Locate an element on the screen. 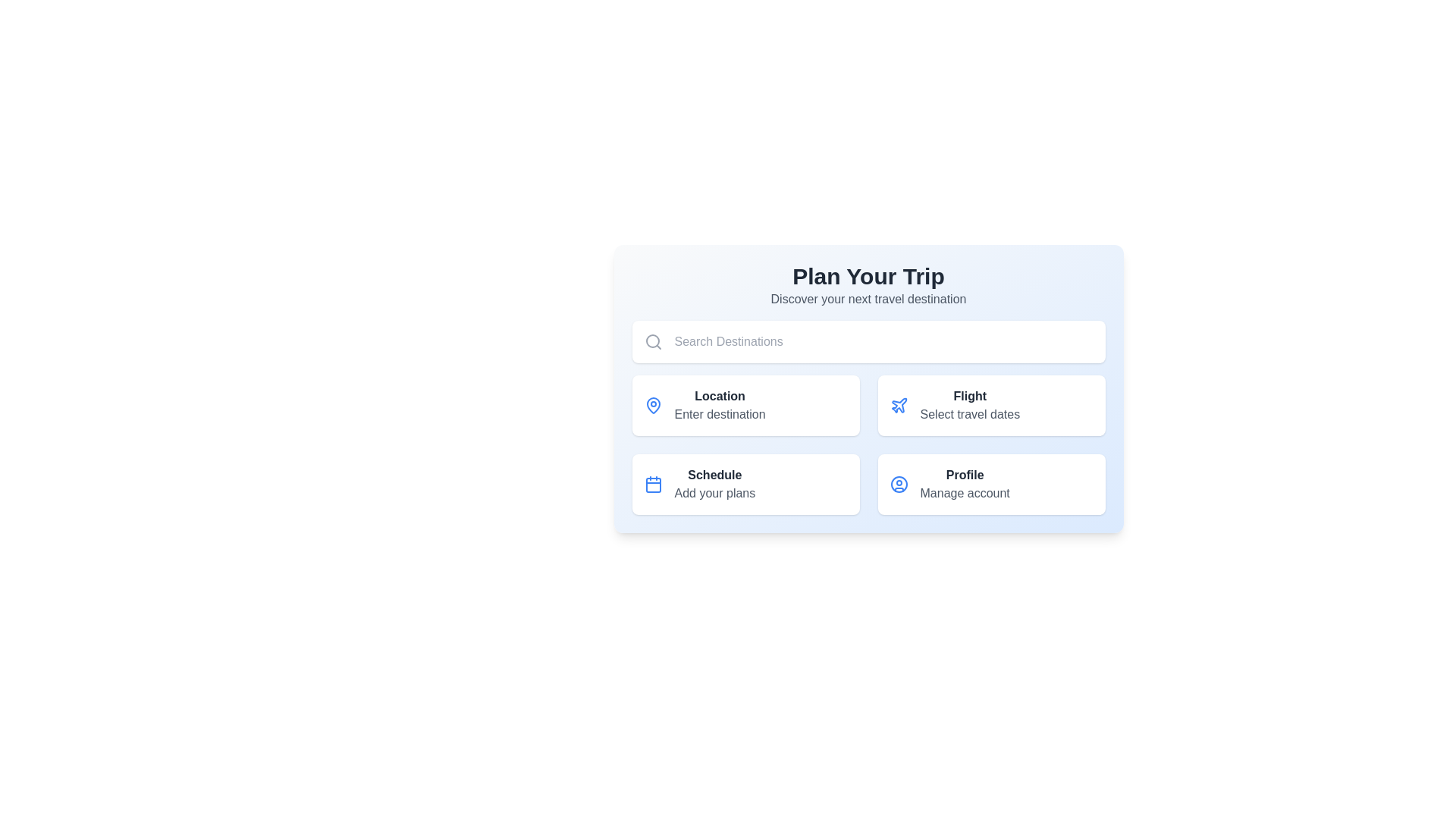  the text fields for input in the Information panel that displays 'Location' in bold and 'Enter destination' in a lighter font, located at the top left card in the grid is located at coordinates (719, 405).